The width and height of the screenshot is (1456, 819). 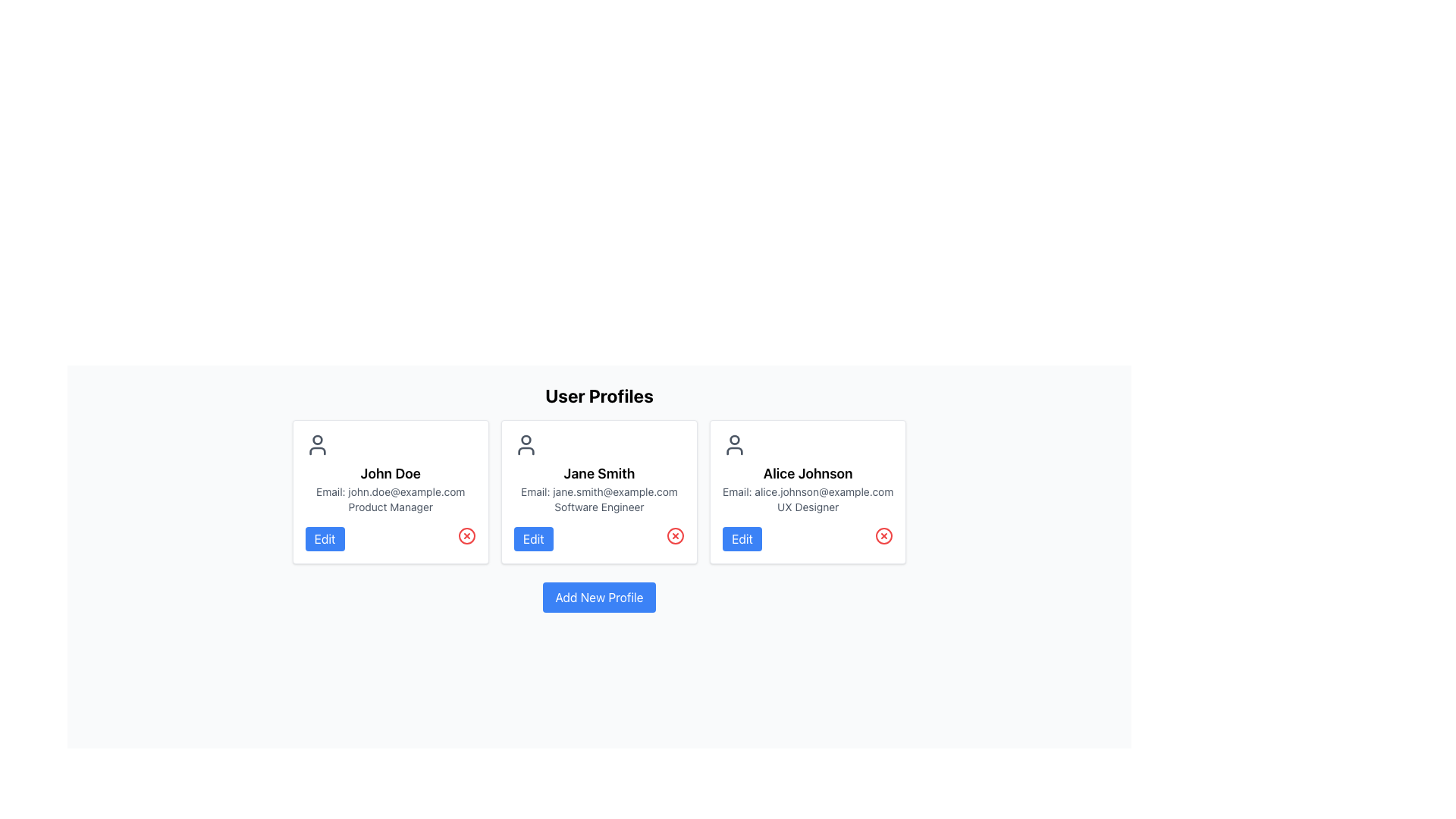 What do you see at coordinates (466, 535) in the screenshot?
I see `the circular delete button located at the bottom-right area of the 'John Doe' profile card` at bounding box center [466, 535].